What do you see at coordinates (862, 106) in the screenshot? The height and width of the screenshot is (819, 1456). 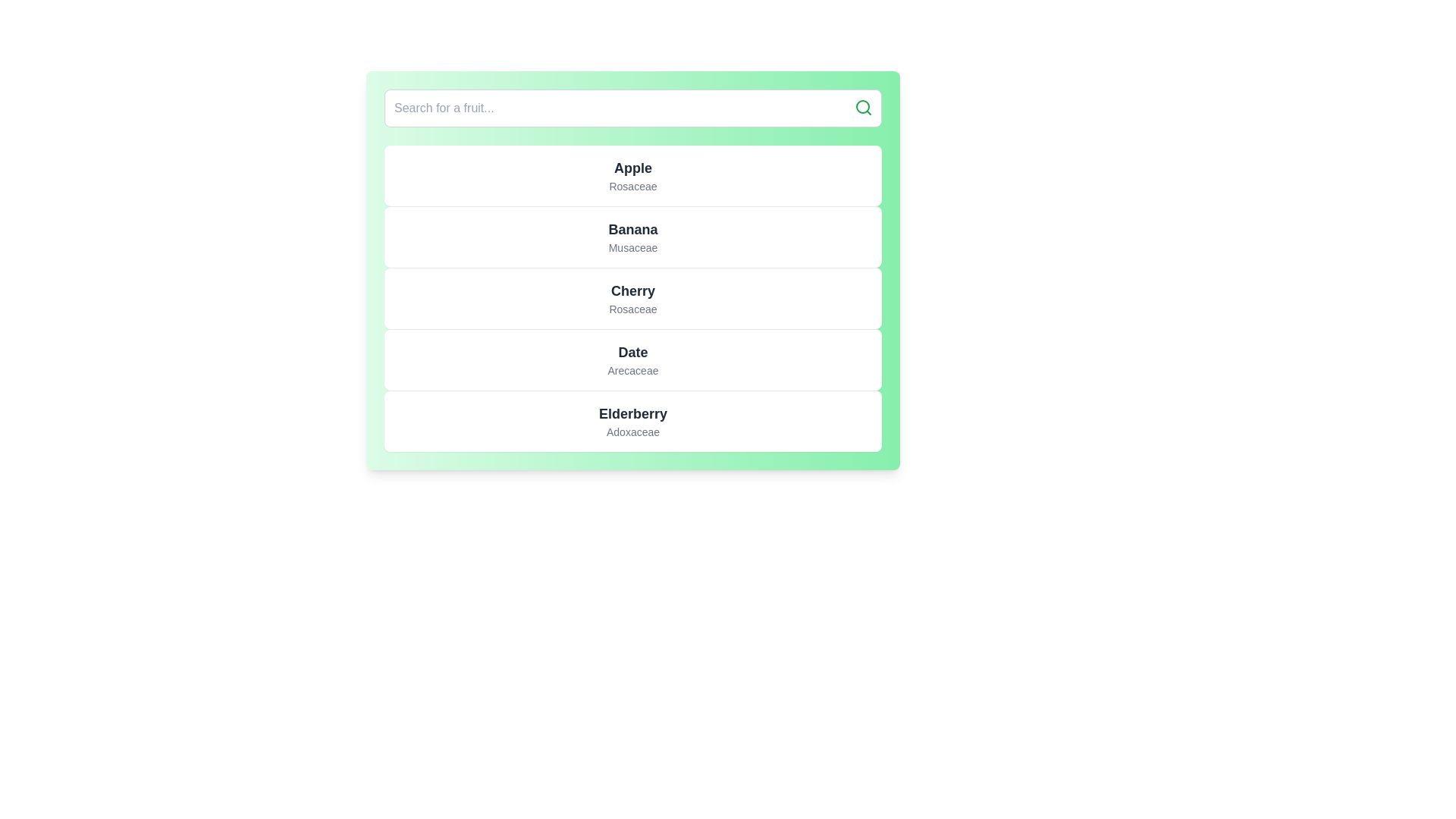 I see `the decorative circle of the search icon located in the top-right corner of the search bar` at bounding box center [862, 106].